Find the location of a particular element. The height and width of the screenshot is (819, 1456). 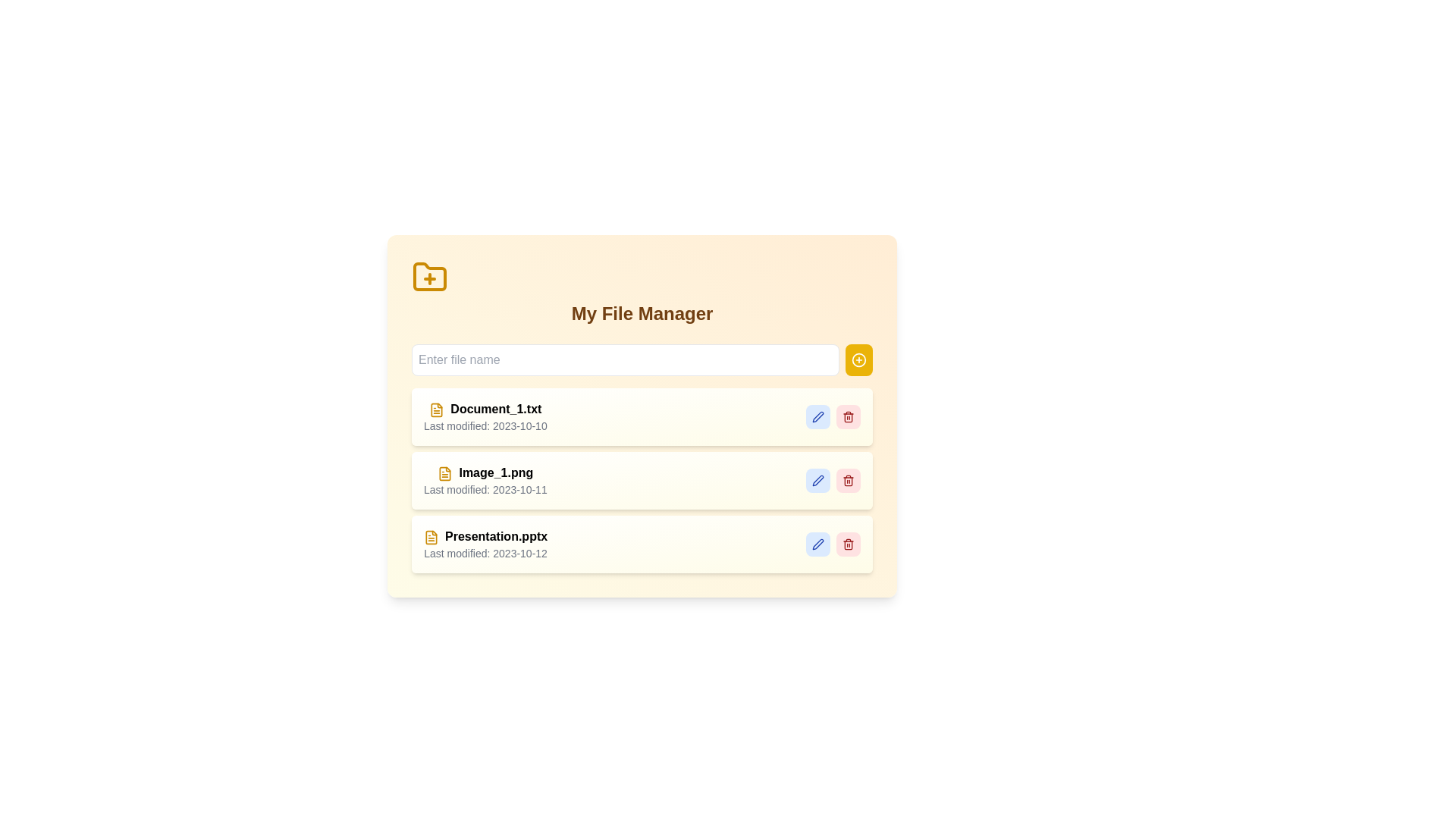

the prominent 'Add' or 'Create' icon-based button located in the top-right corner of the main interface is located at coordinates (858, 359).